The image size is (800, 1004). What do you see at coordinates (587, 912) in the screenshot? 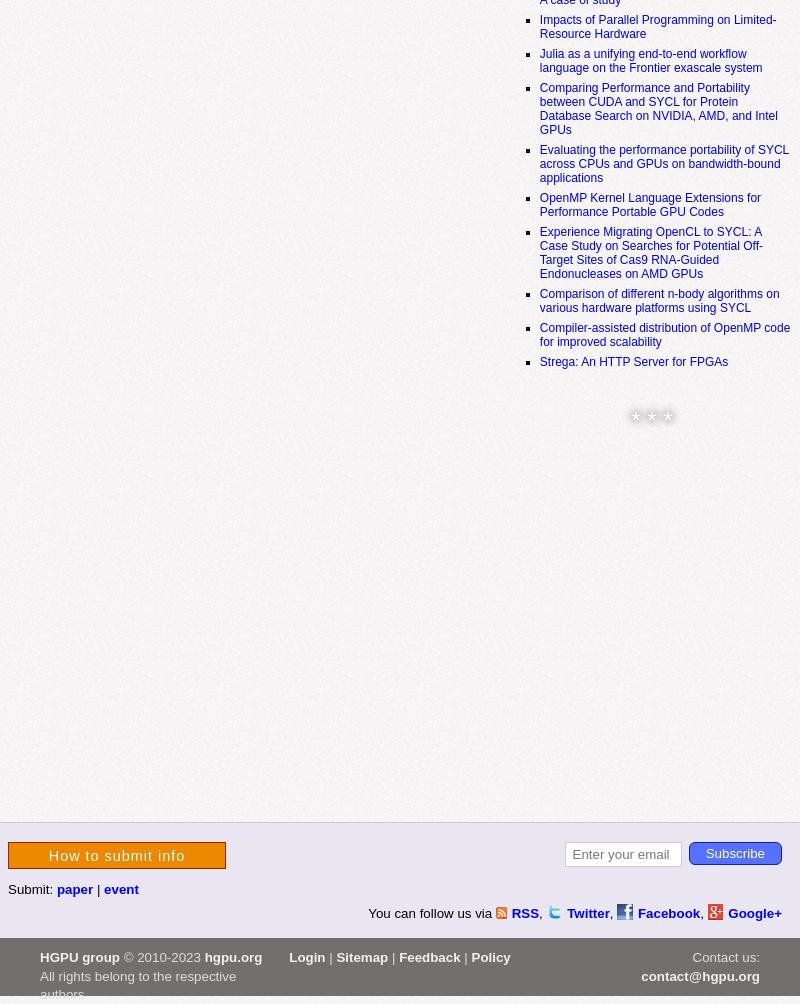
I see `'Twitter'` at bounding box center [587, 912].